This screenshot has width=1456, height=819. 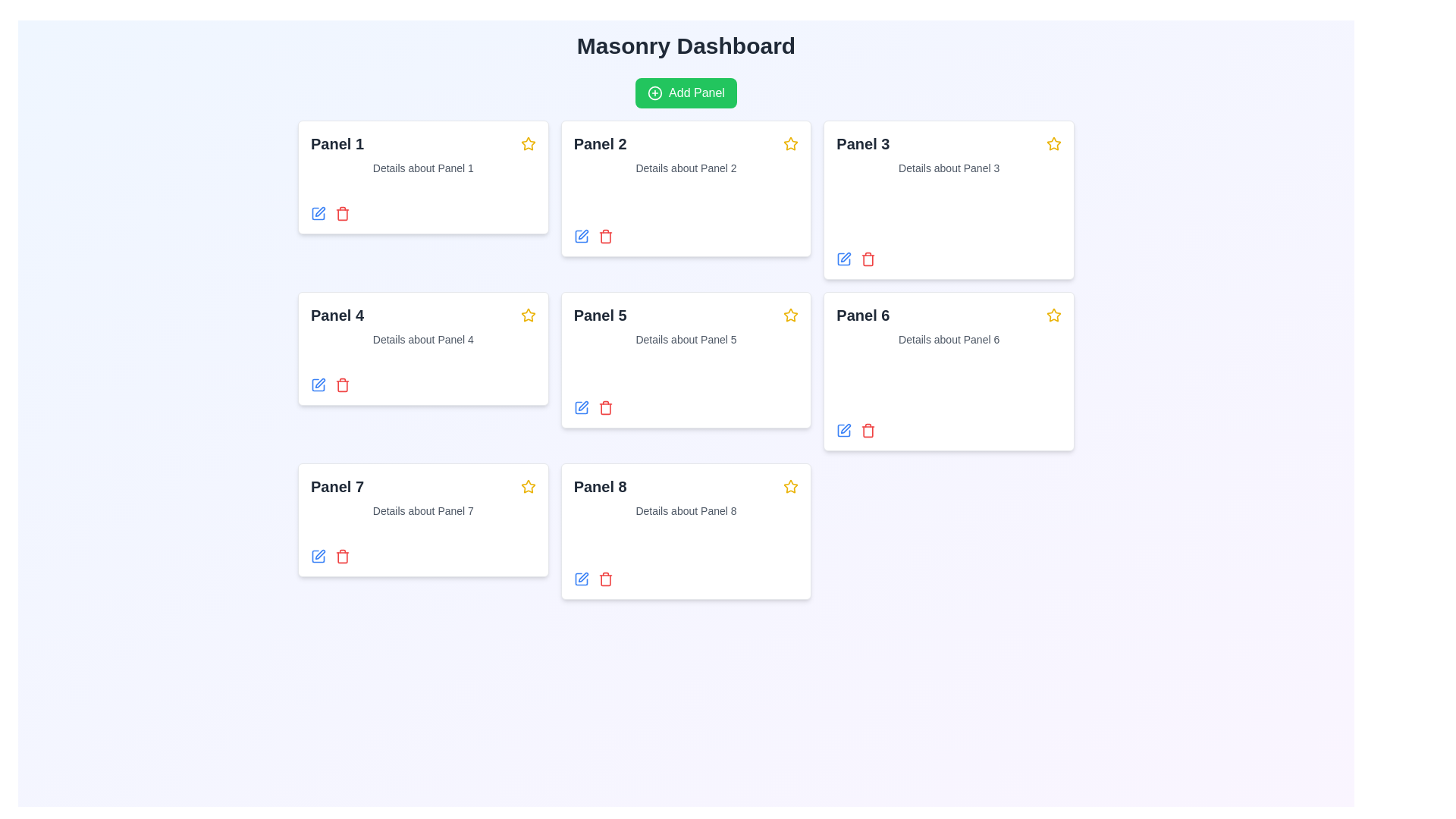 What do you see at coordinates (868, 259) in the screenshot?
I see `the trash can icon located` at bounding box center [868, 259].